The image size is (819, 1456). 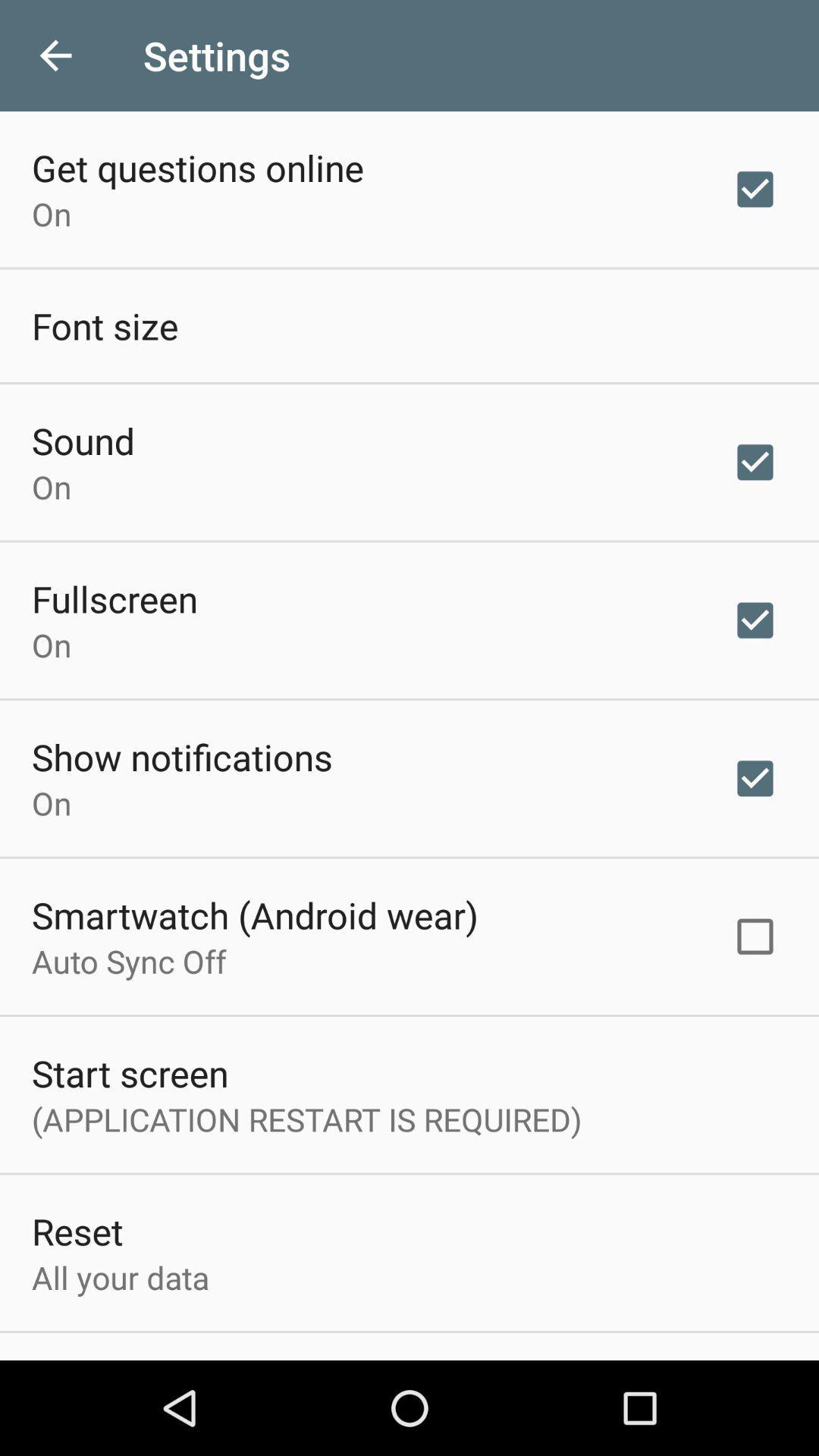 What do you see at coordinates (306, 1119) in the screenshot?
I see `application restart is item` at bounding box center [306, 1119].